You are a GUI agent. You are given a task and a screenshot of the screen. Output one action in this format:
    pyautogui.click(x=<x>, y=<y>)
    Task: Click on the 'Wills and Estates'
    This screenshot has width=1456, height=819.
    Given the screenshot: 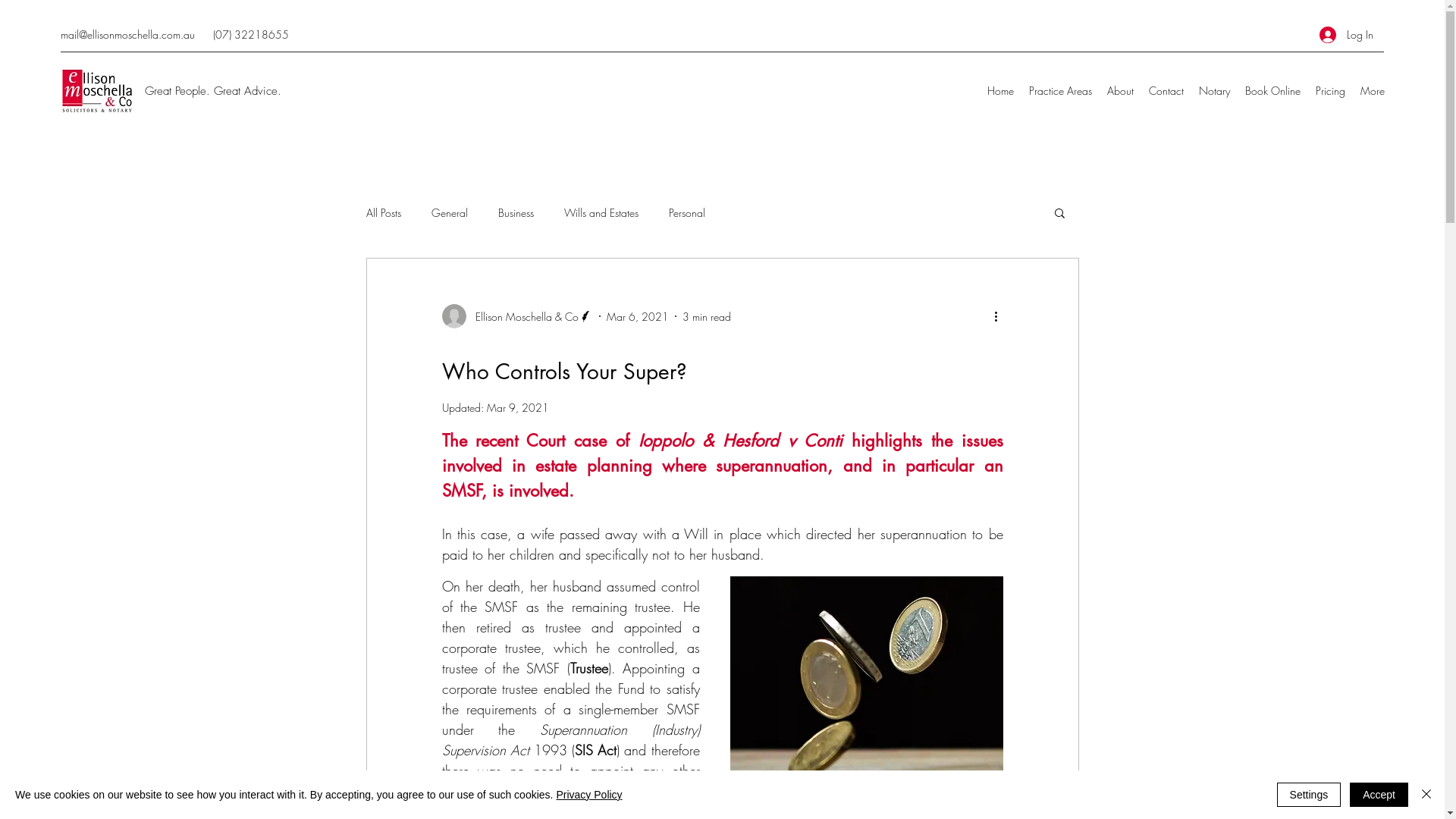 What is the action you would take?
    pyautogui.click(x=600, y=212)
    